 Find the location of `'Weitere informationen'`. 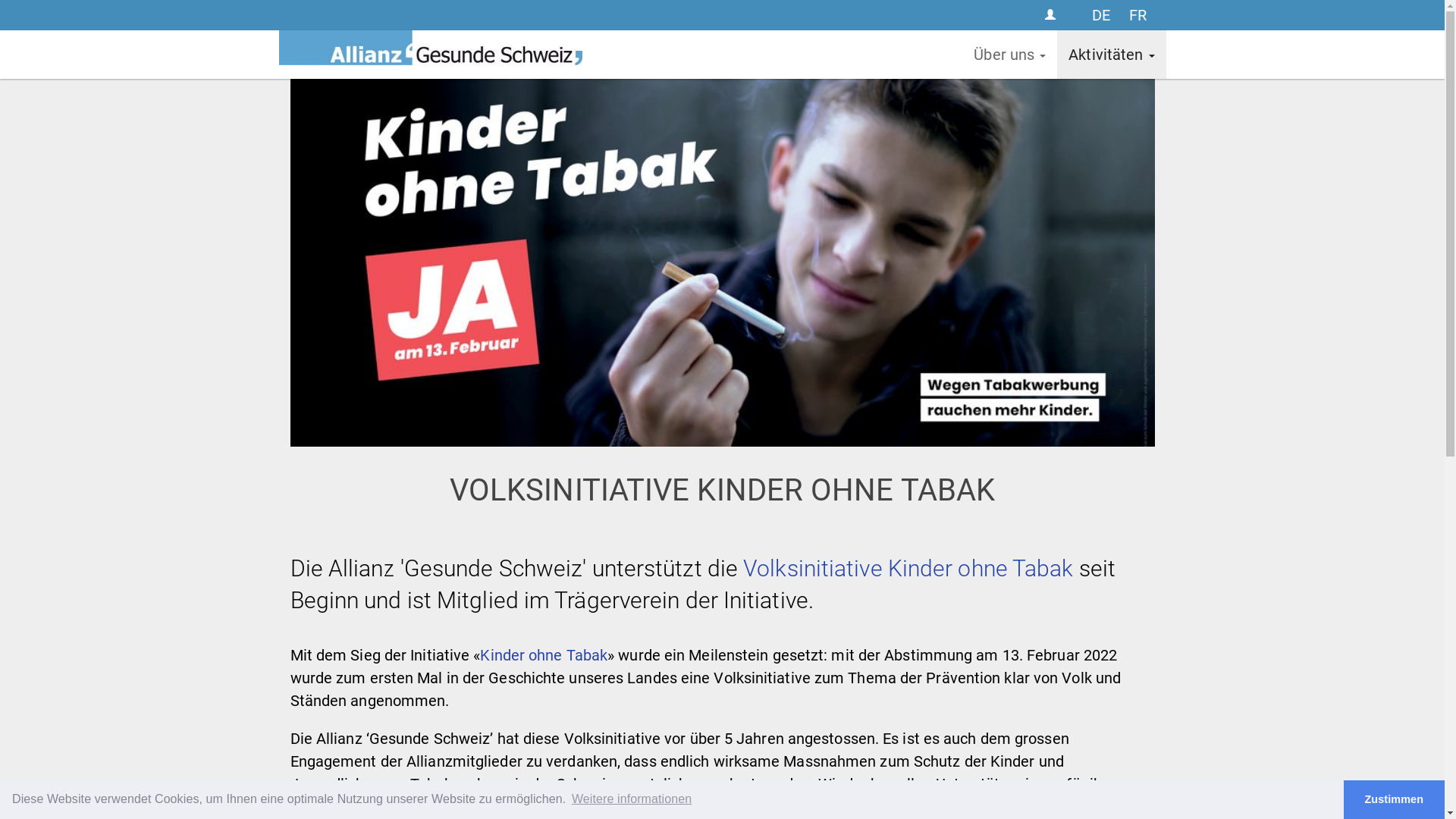

'Weitere informationen' is located at coordinates (632, 798).